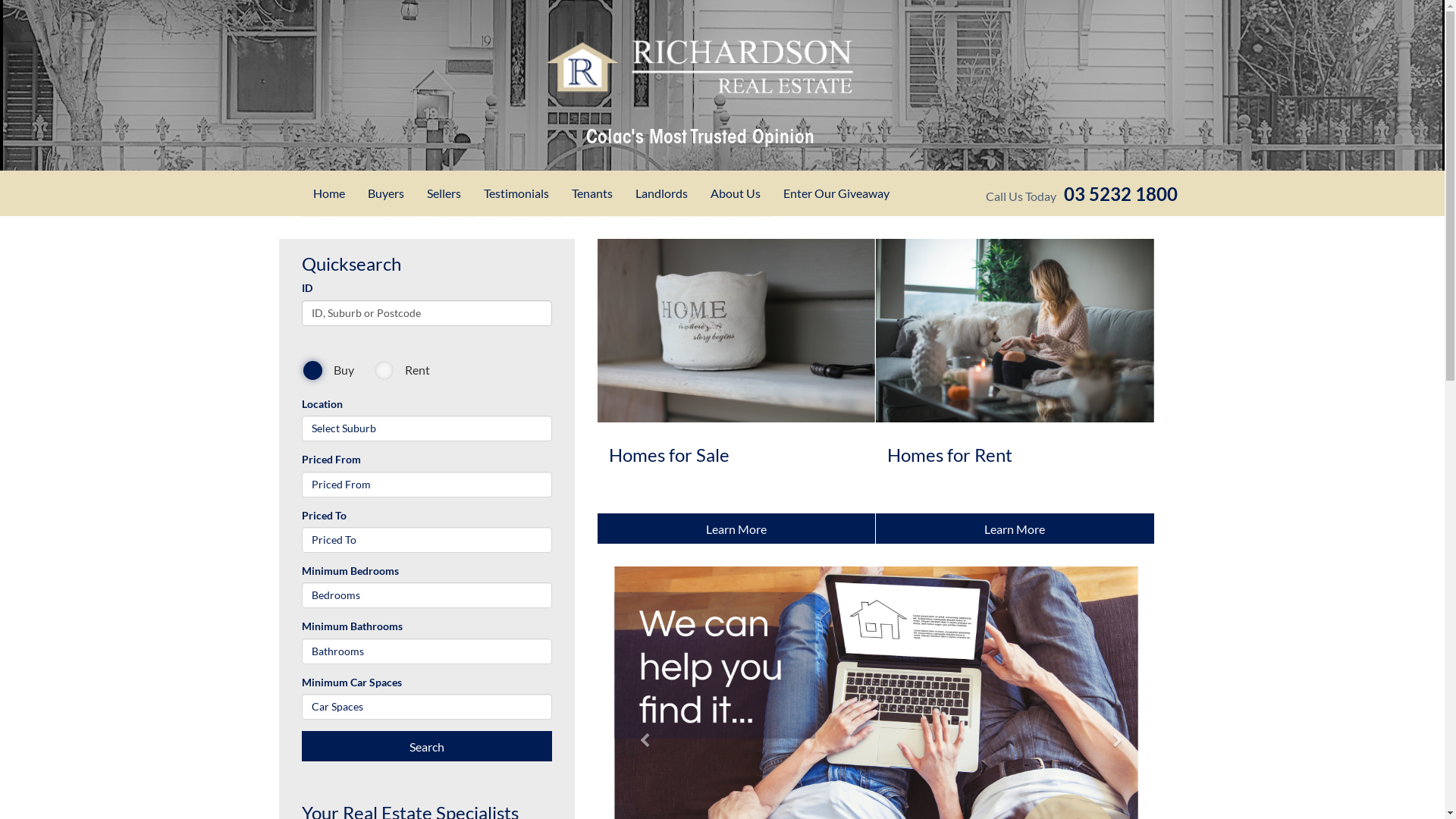 This screenshot has height=819, width=1456. What do you see at coordinates (1112, 658) in the screenshot?
I see `'Next'` at bounding box center [1112, 658].